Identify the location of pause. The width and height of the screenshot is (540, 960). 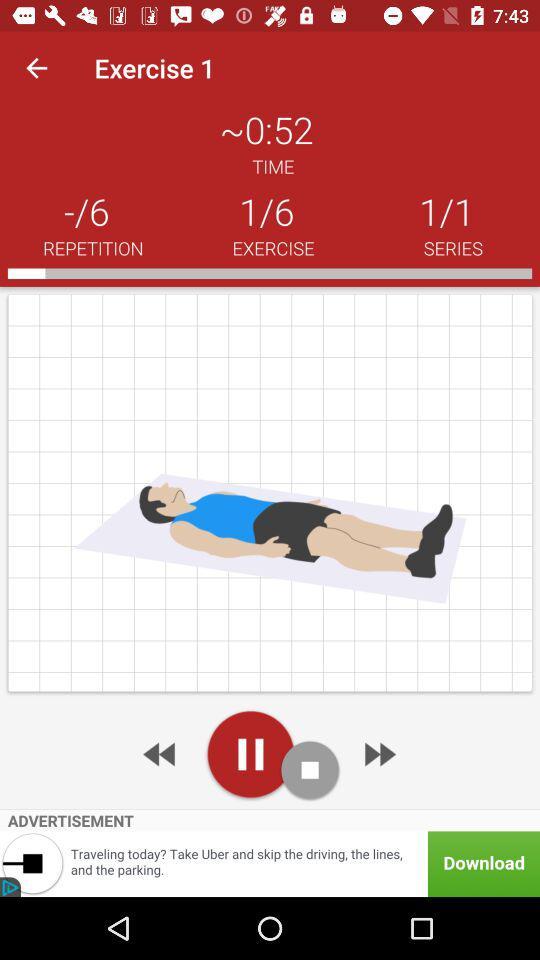
(250, 753).